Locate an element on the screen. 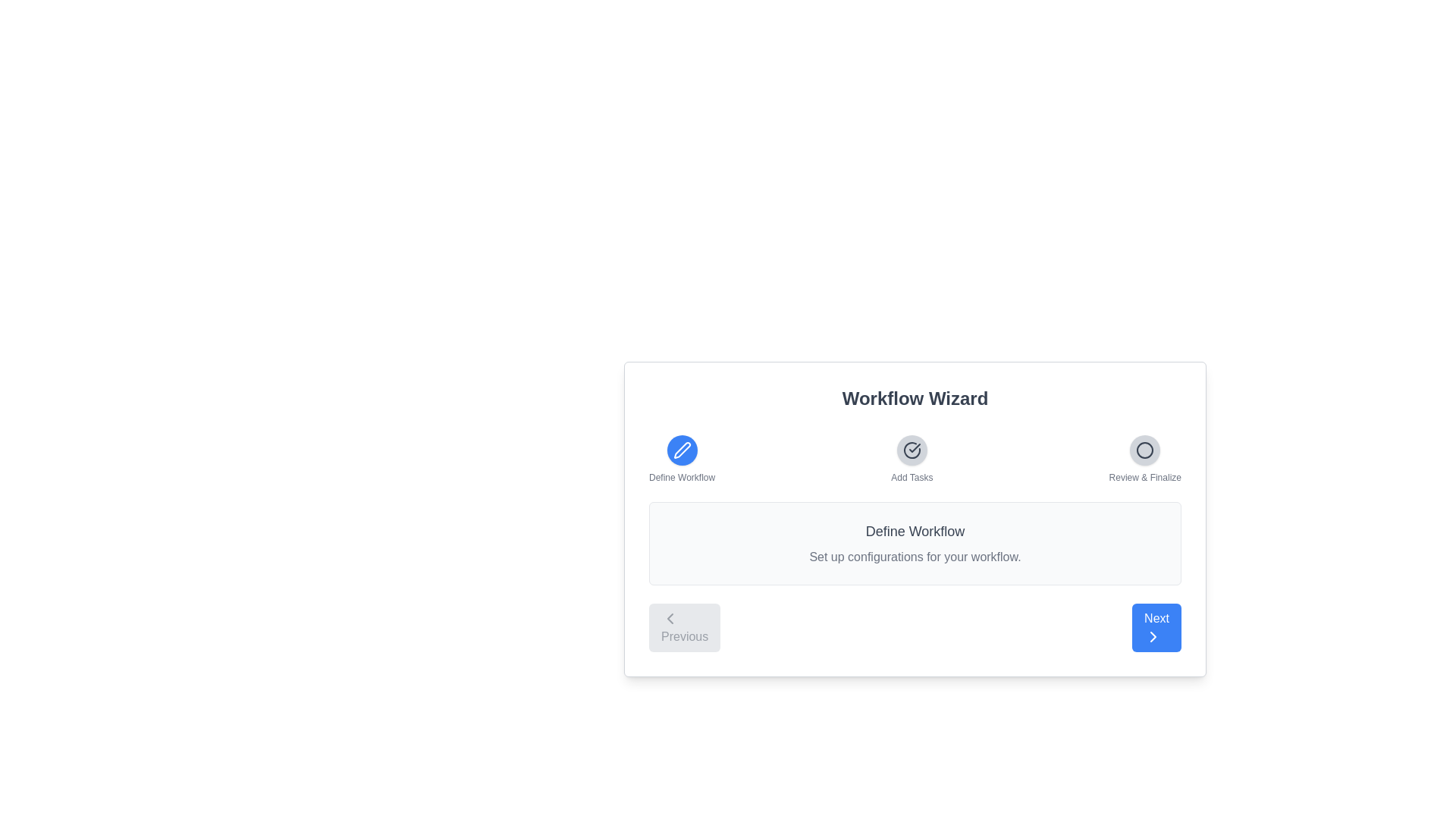 This screenshot has height=819, width=1456. the 'Review & Finalize' static infographic element, which features a grey hollow circular icon and the label in a smaller sans-serif font below it is located at coordinates (1145, 458).